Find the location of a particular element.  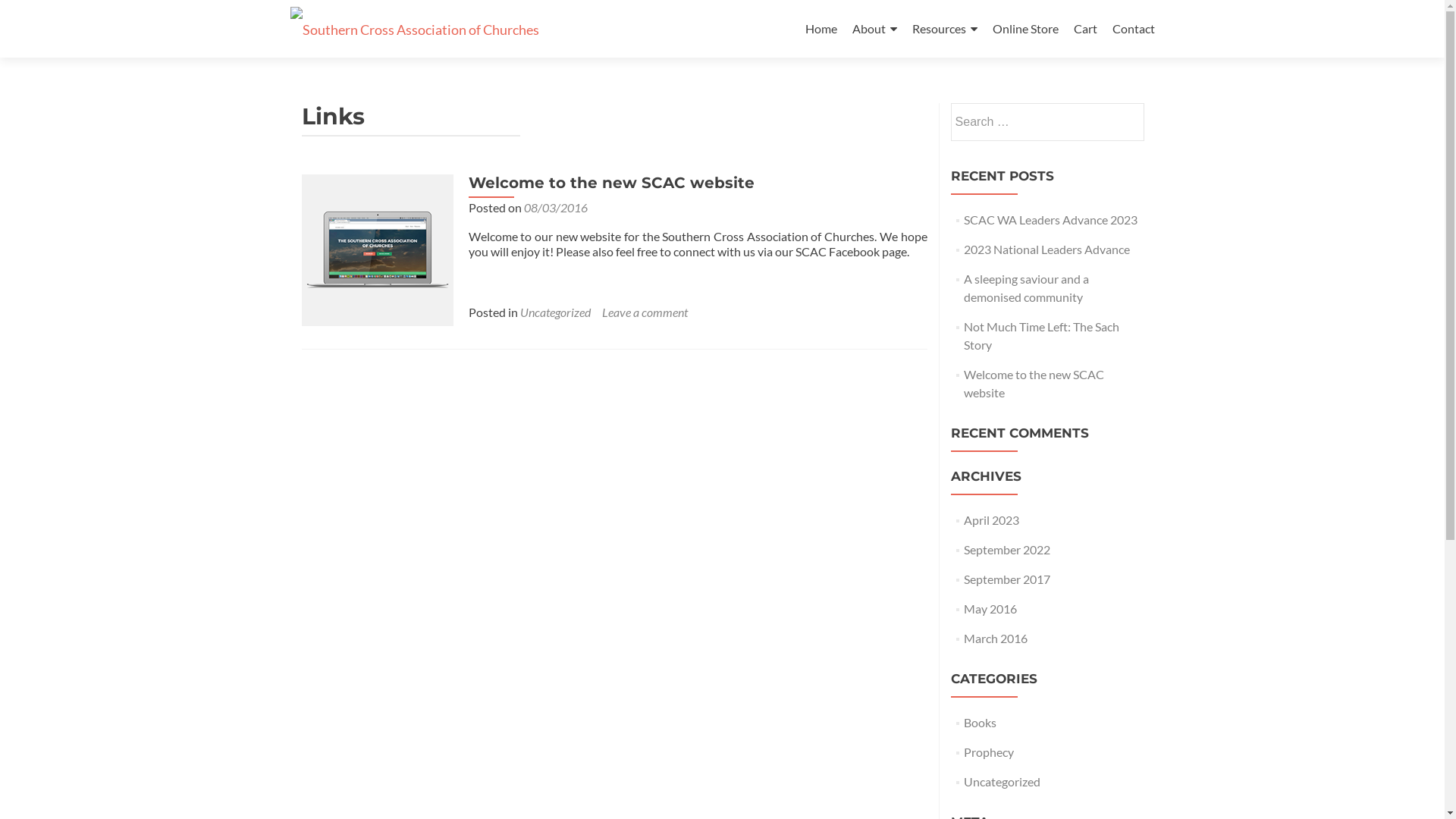

'Resources' is located at coordinates (943, 29).